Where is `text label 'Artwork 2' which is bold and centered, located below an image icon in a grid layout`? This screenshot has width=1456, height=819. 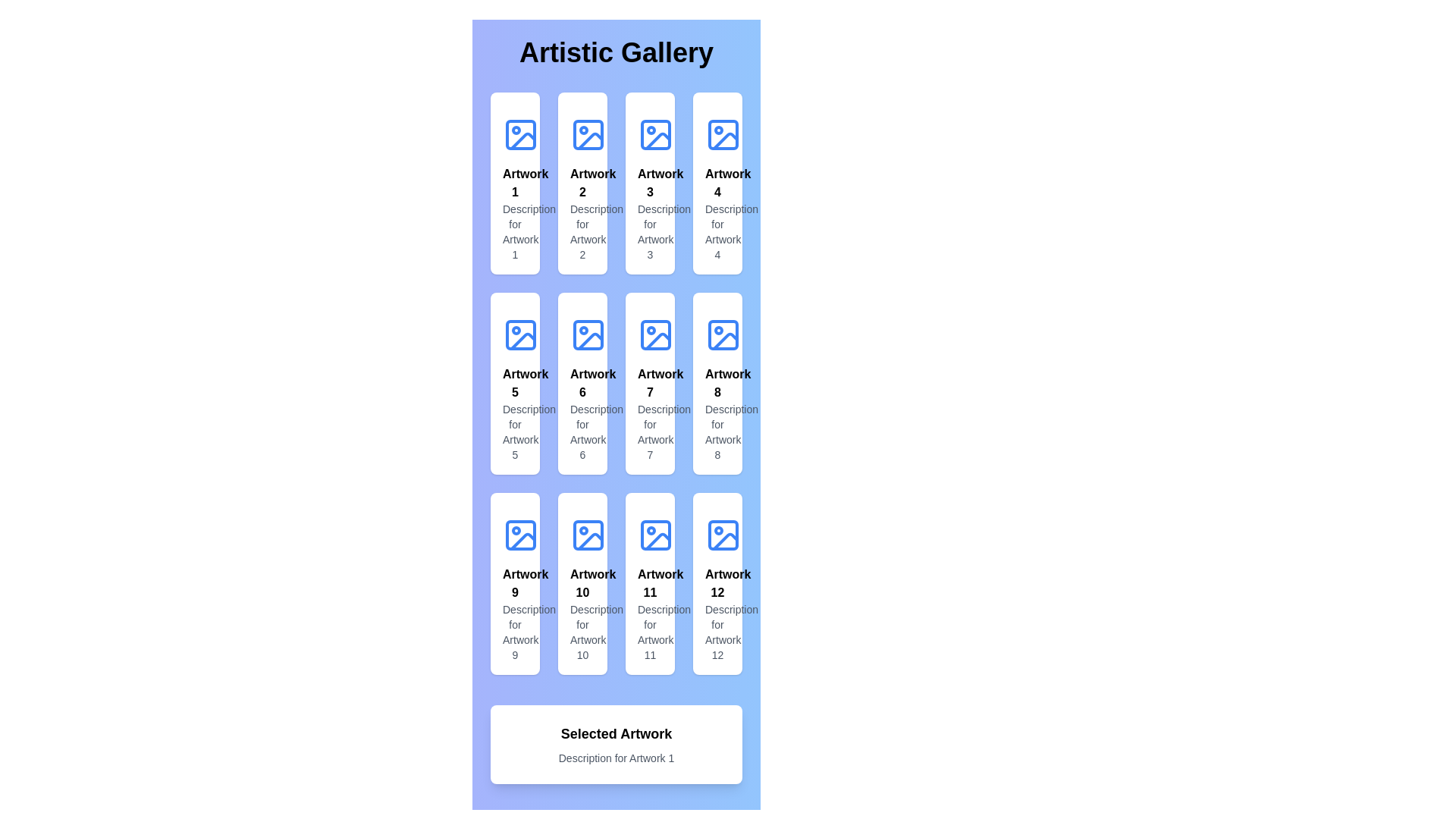 text label 'Artwork 2' which is bold and centered, located below an image icon in a grid layout is located at coordinates (582, 183).